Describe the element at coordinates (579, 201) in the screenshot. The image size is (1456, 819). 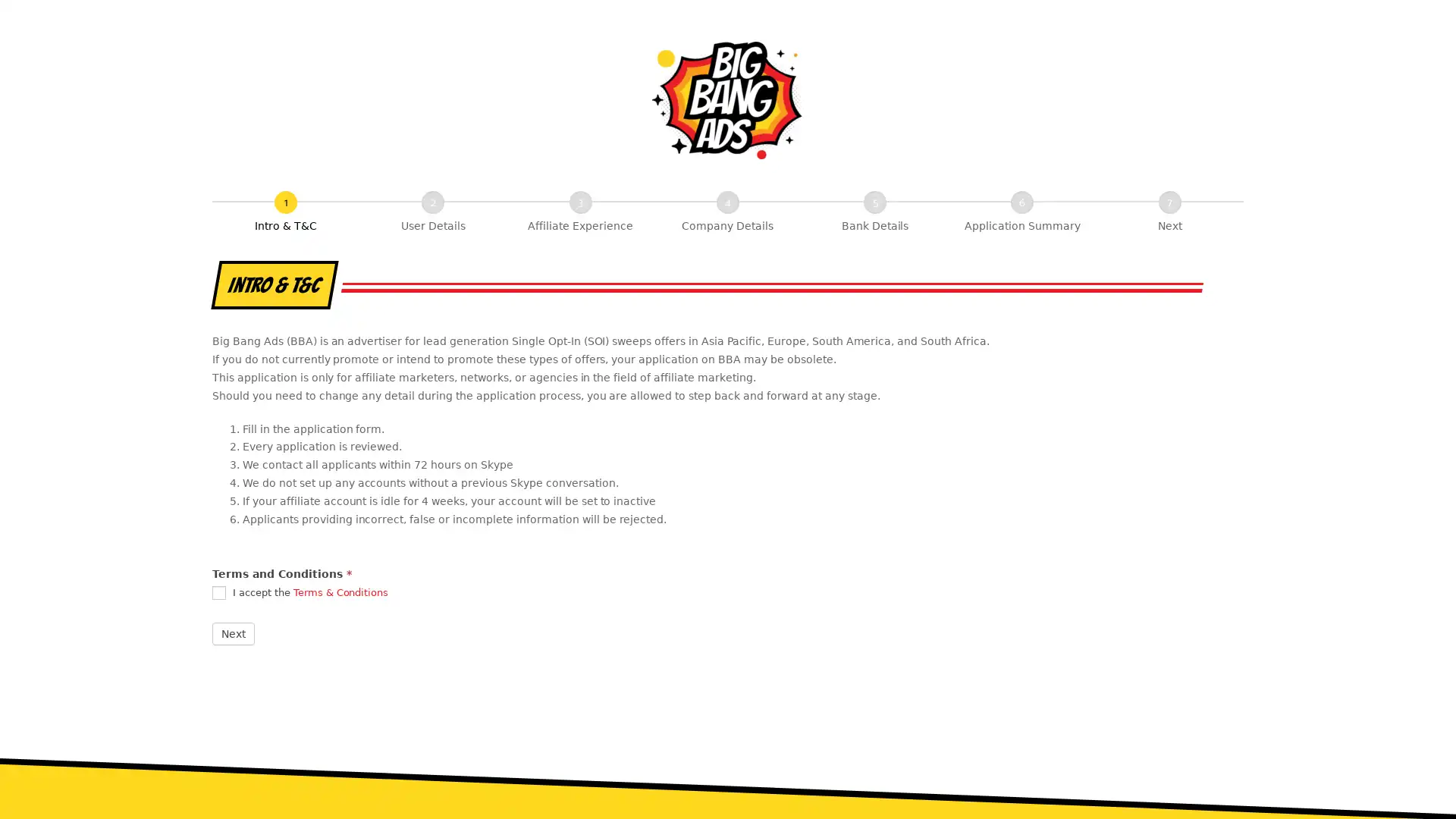
I see `Affiliate Experience` at that location.